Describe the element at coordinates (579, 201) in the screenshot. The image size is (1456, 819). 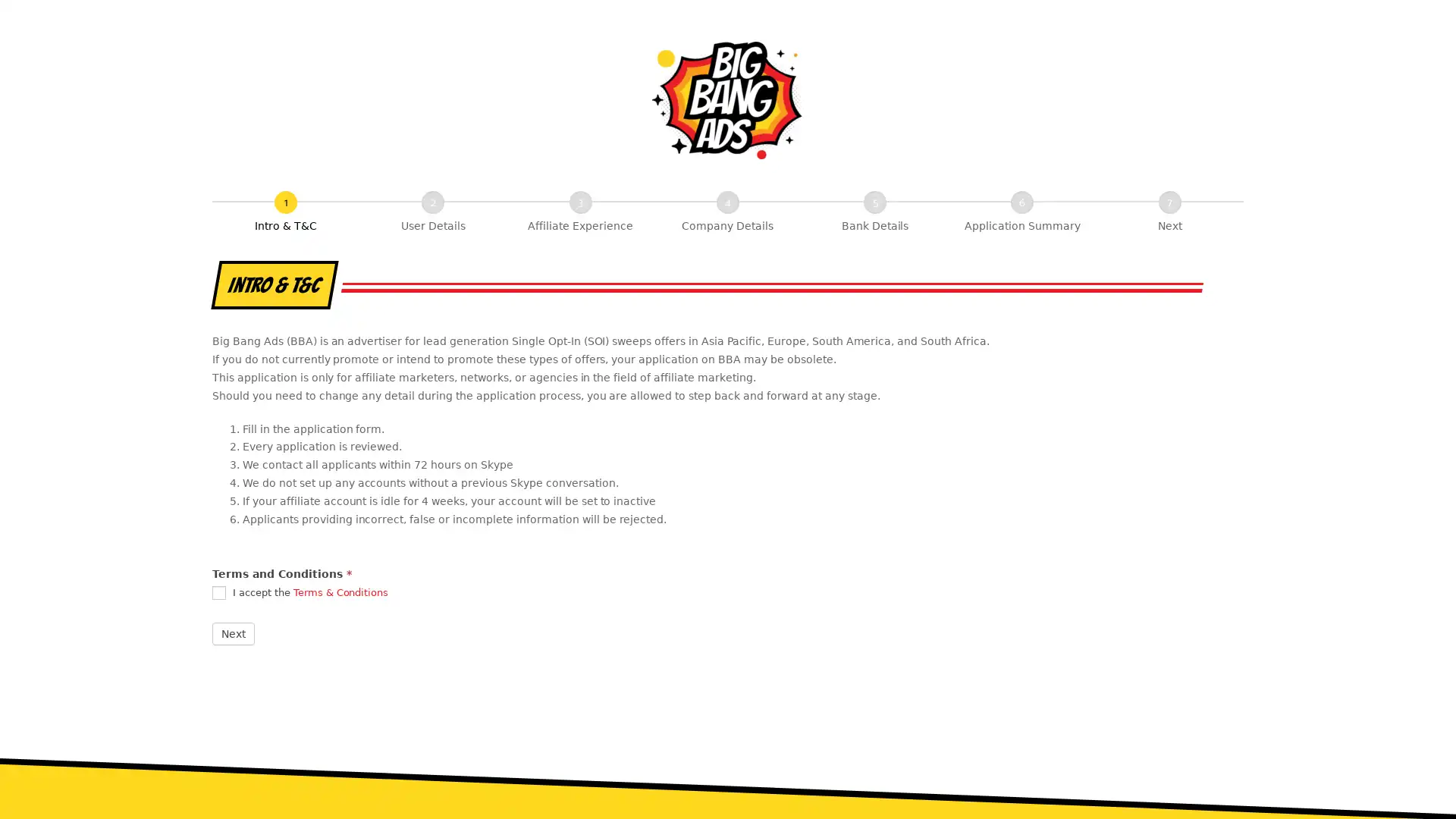
I see `Affiliate Experience` at that location.